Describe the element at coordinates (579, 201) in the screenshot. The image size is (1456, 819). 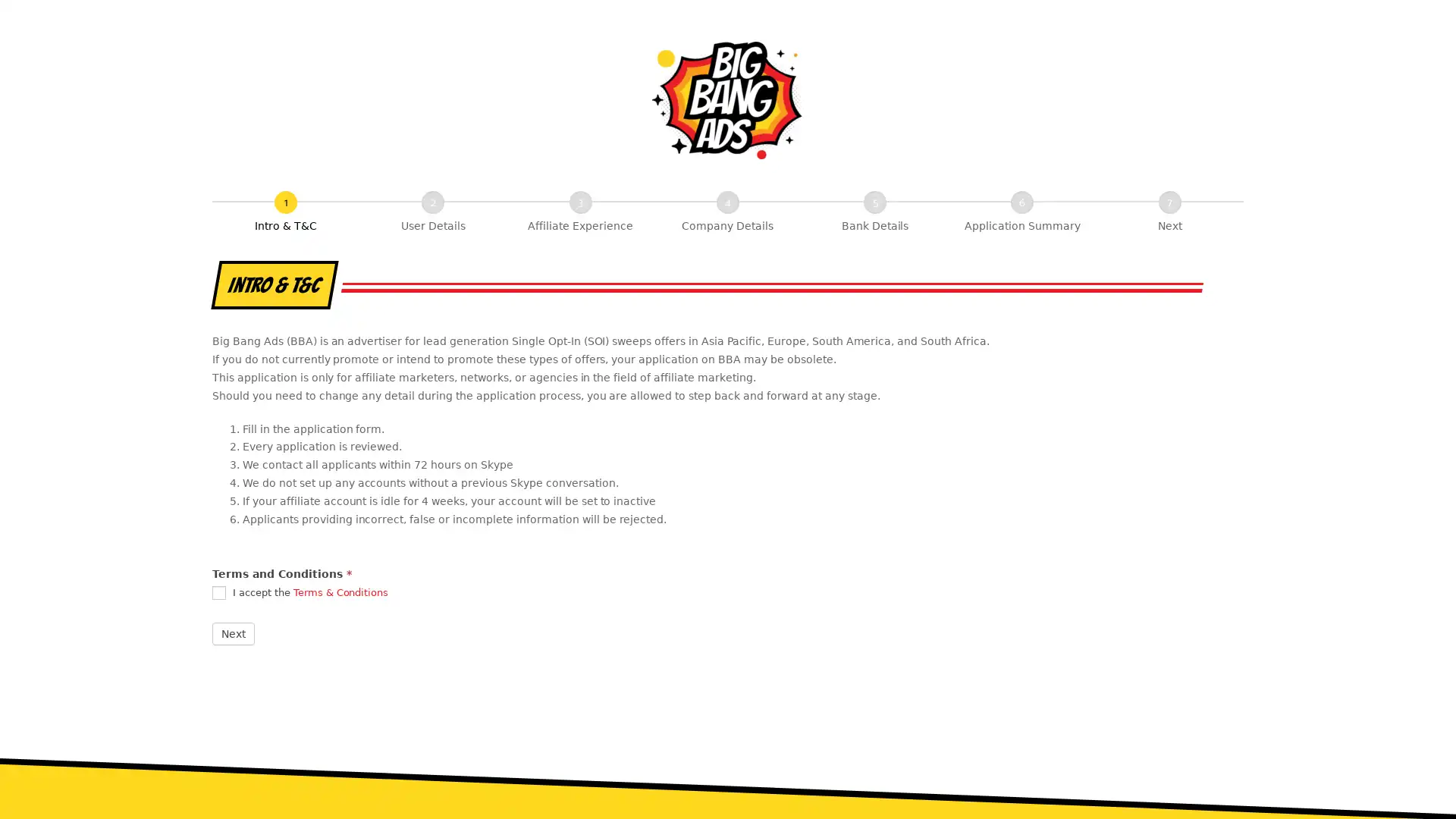
I see `Affiliate Experience` at that location.